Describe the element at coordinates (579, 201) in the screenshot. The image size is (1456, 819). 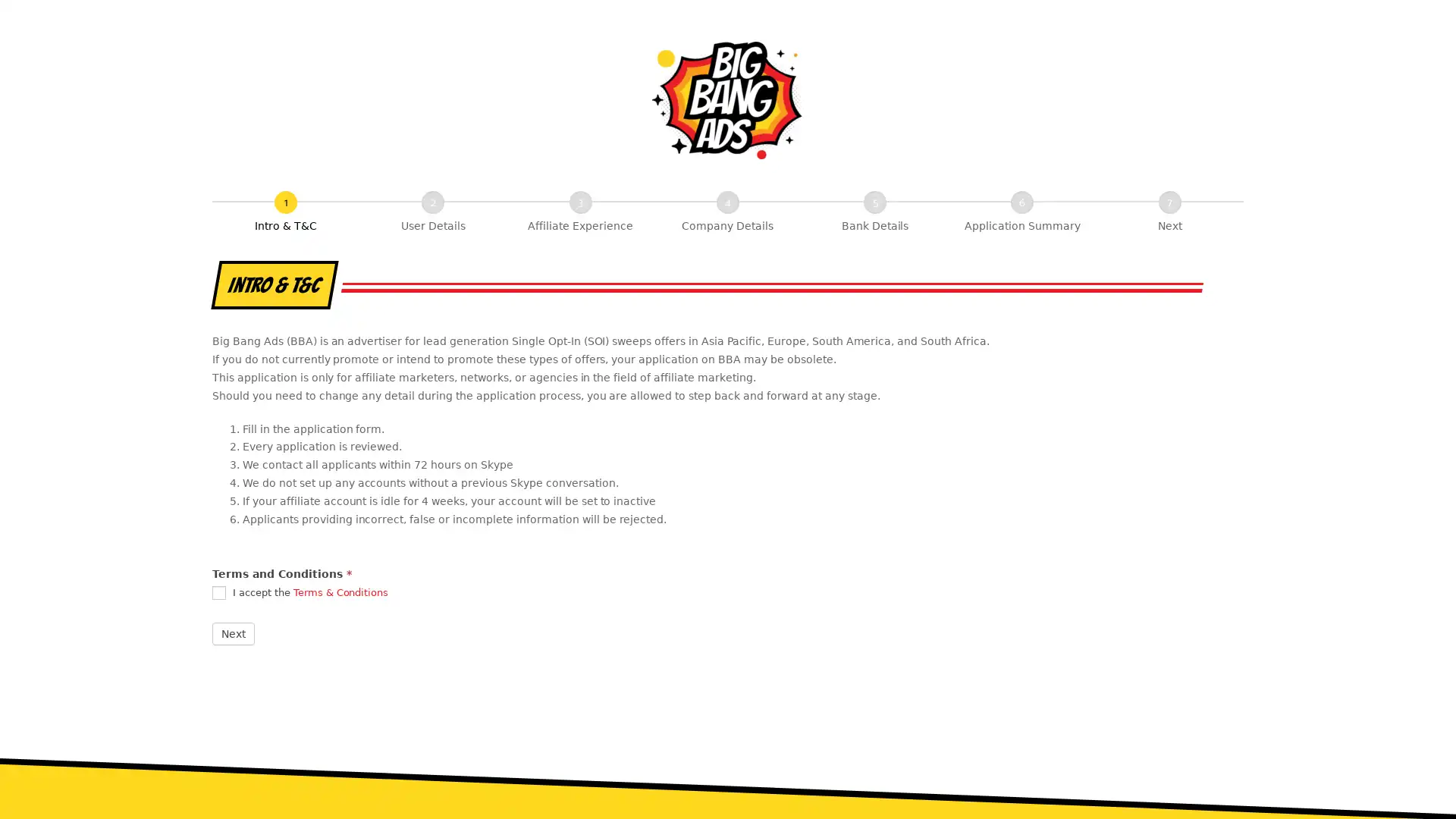
I see `Affiliate Experience` at that location.